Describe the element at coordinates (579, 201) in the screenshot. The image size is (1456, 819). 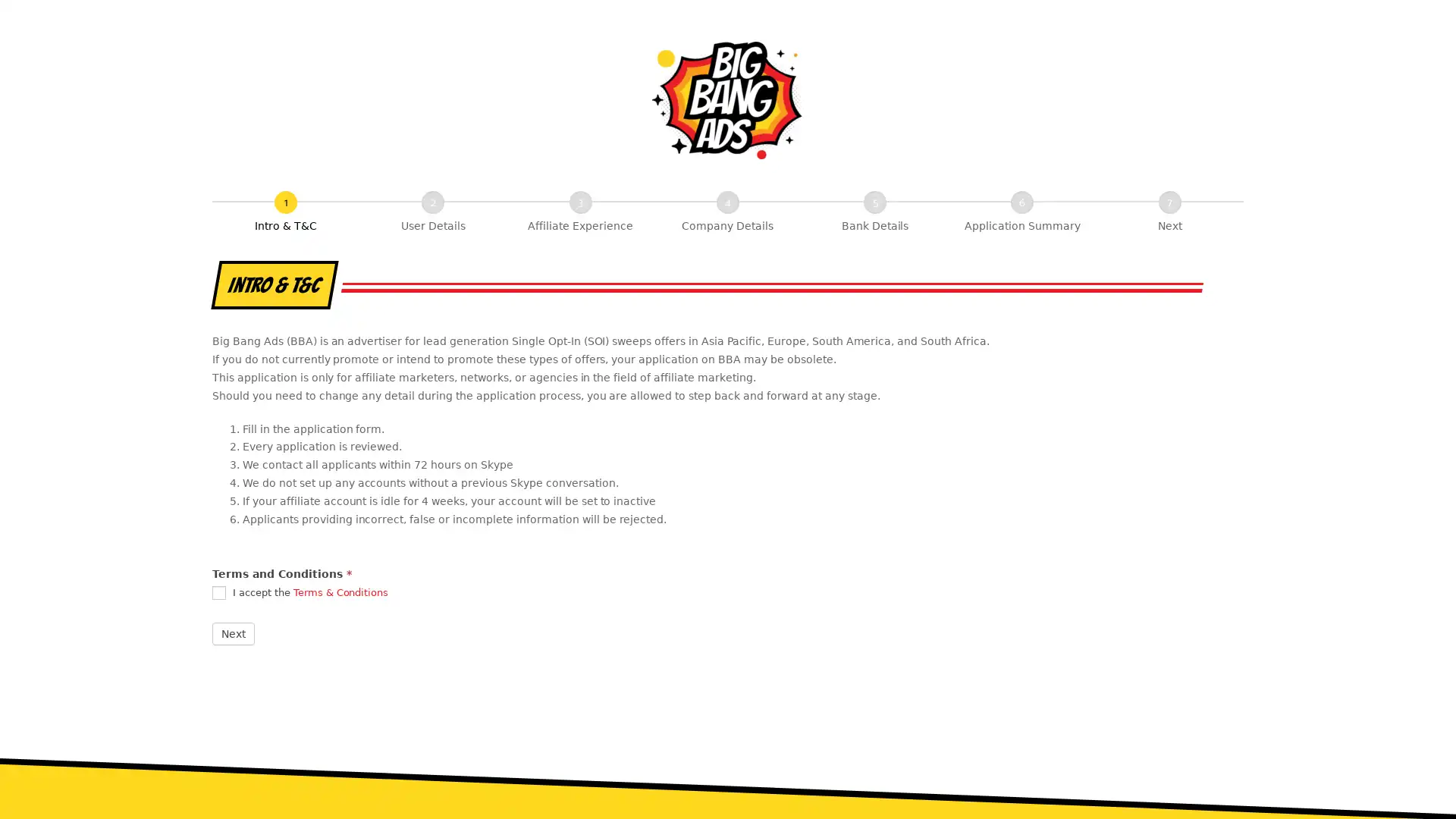
I see `Affiliate Experience` at that location.